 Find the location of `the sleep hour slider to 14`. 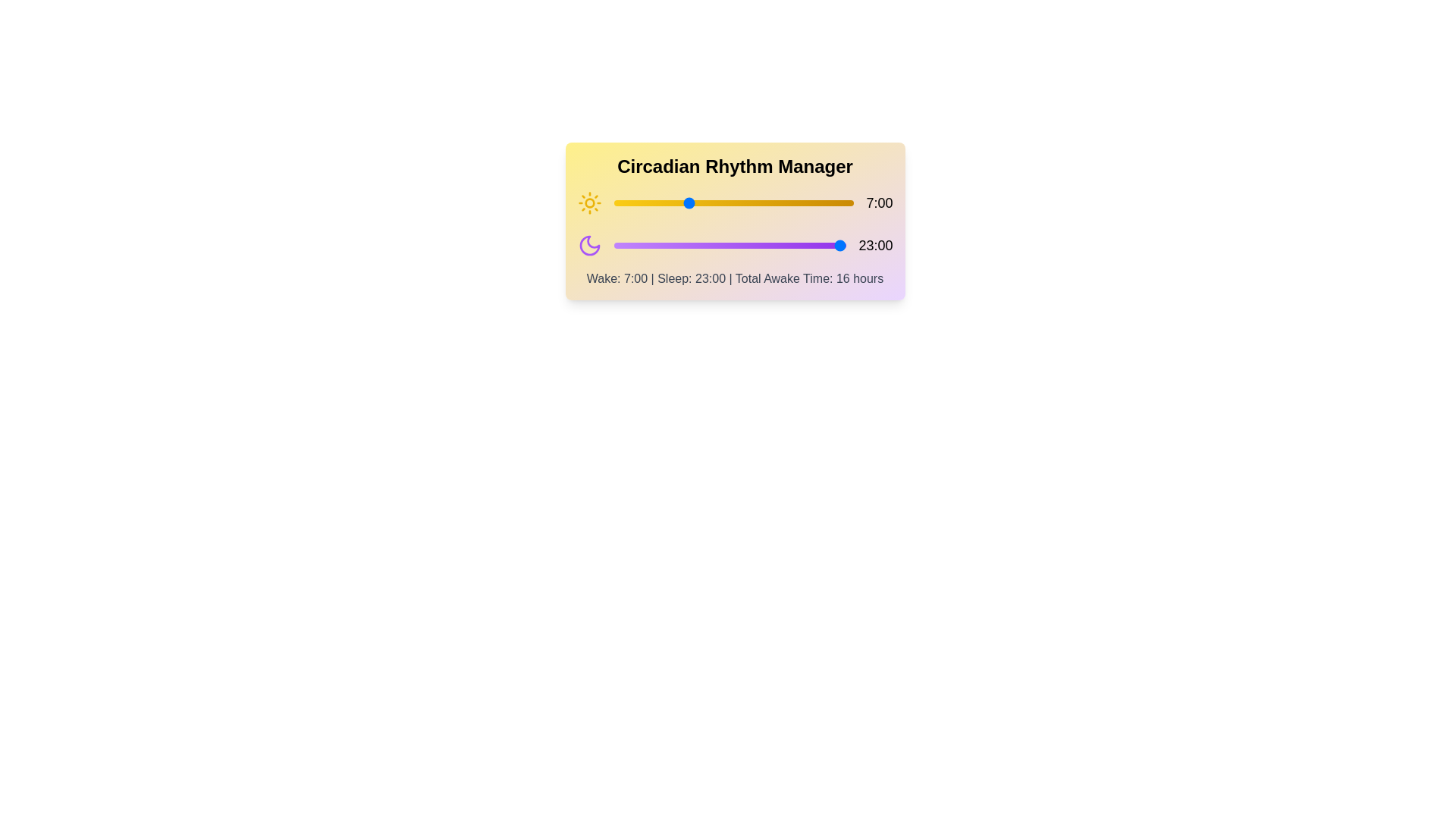

the sleep hour slider to 14 is located at coordinates (755, 245).